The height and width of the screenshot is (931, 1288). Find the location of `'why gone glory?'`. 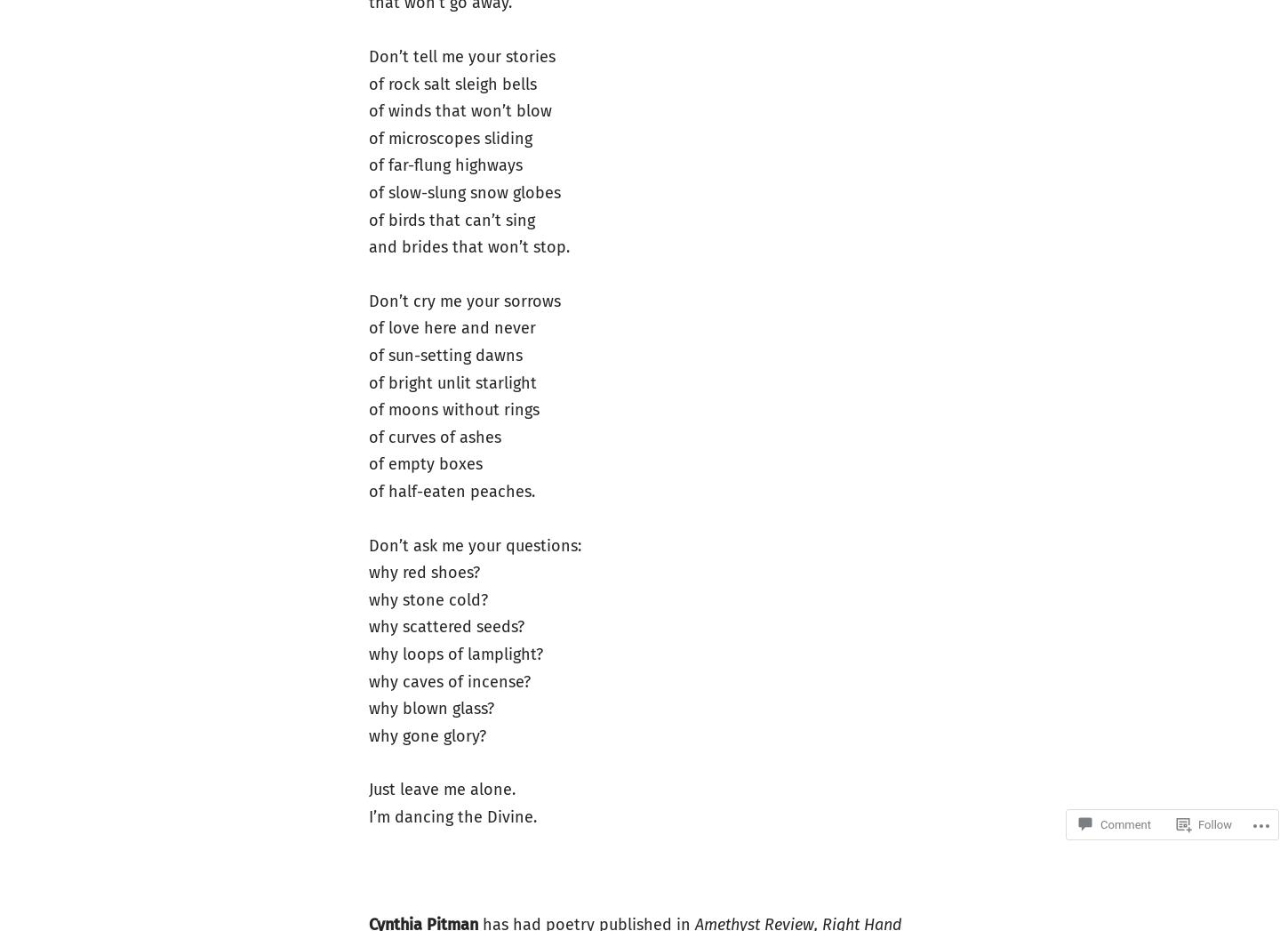

'why gone glory?' is located at coordinates (427, 735).